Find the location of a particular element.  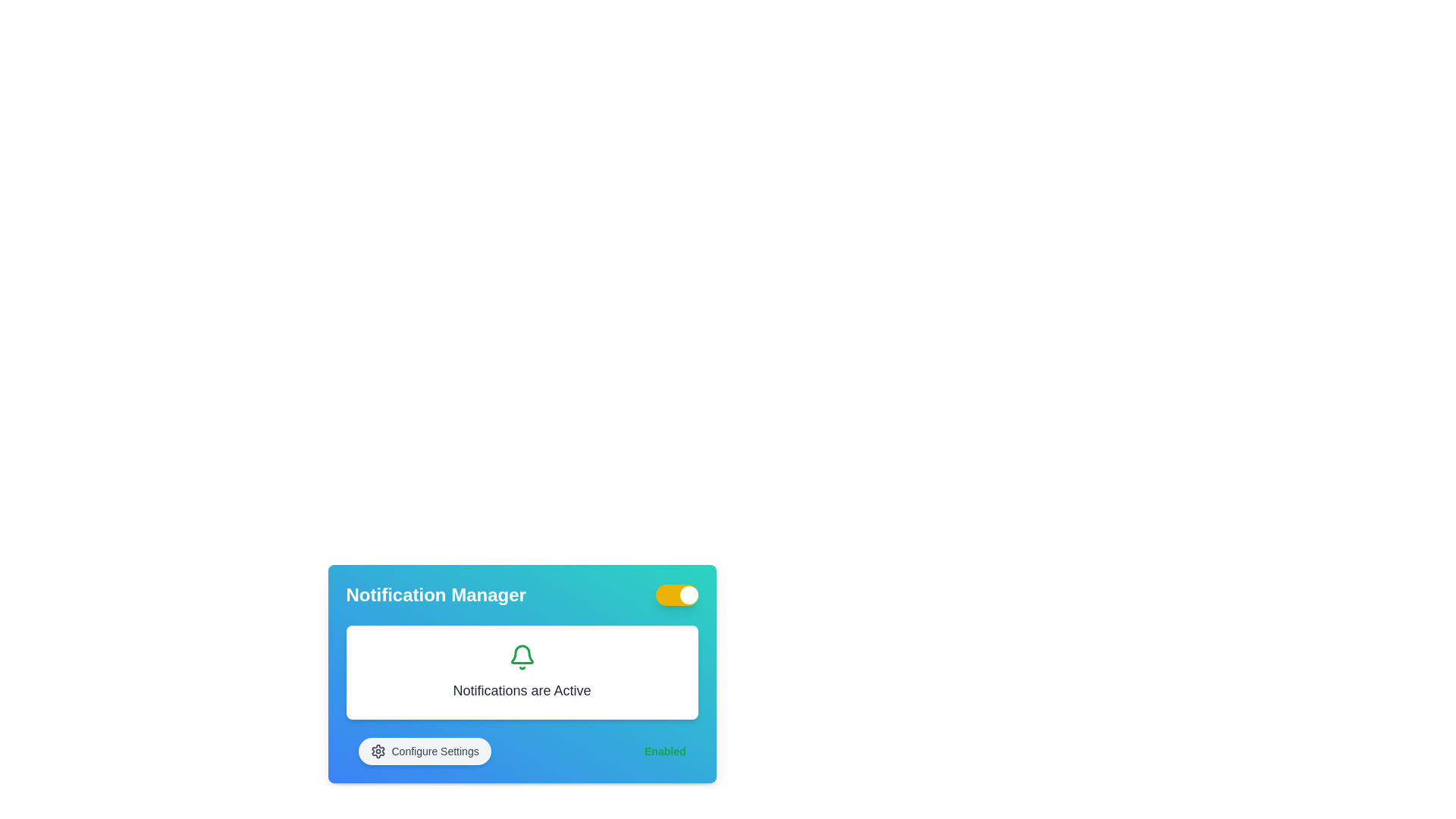

the 'Configure Settings' text label within the button, which is styled in medium gray and positioned adjacent to a gear icon in the Notification Manager card is located at coordinates (435, 752).